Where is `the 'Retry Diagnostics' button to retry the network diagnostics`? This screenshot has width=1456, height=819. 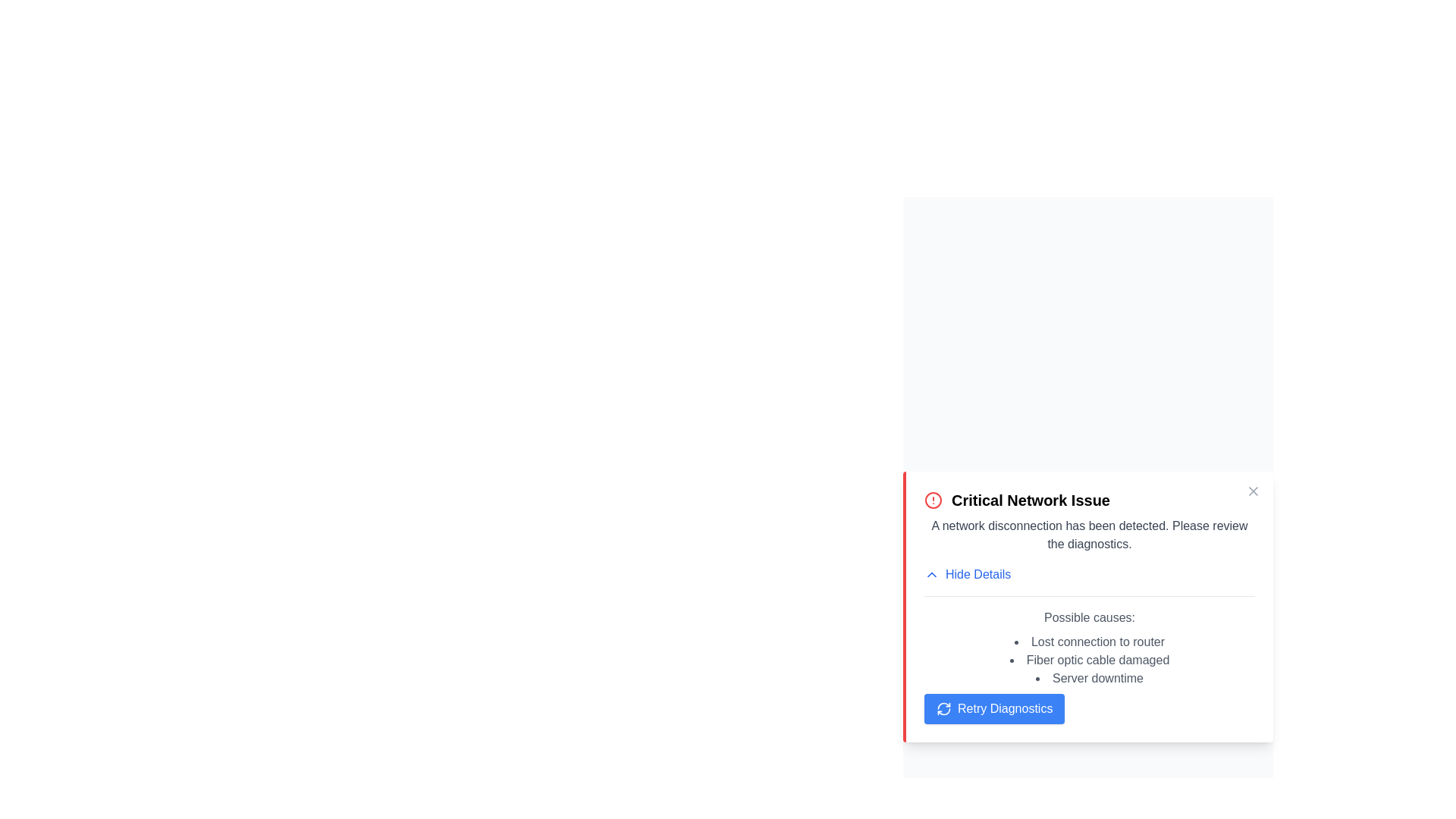 the 'Retry Diagnostics' button to retry the network diagnostics is located at coordinates (993, 708).